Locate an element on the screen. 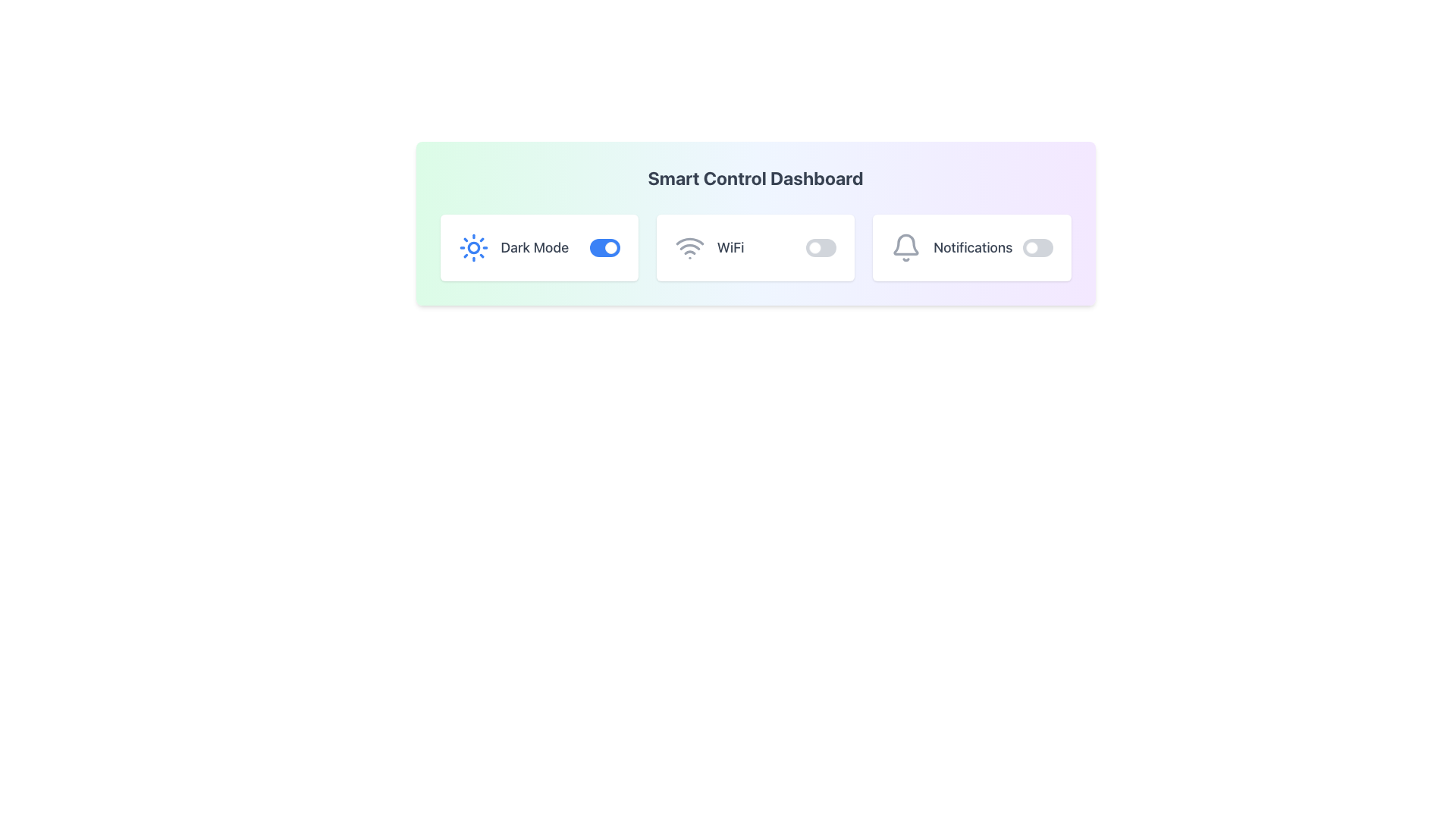 The image size is (1456, 819). the visual state of the Wi-Fi icon located to the left of the text within the 'WiFi' section, adjacent to the switch button is located at coordinates (689, 247).